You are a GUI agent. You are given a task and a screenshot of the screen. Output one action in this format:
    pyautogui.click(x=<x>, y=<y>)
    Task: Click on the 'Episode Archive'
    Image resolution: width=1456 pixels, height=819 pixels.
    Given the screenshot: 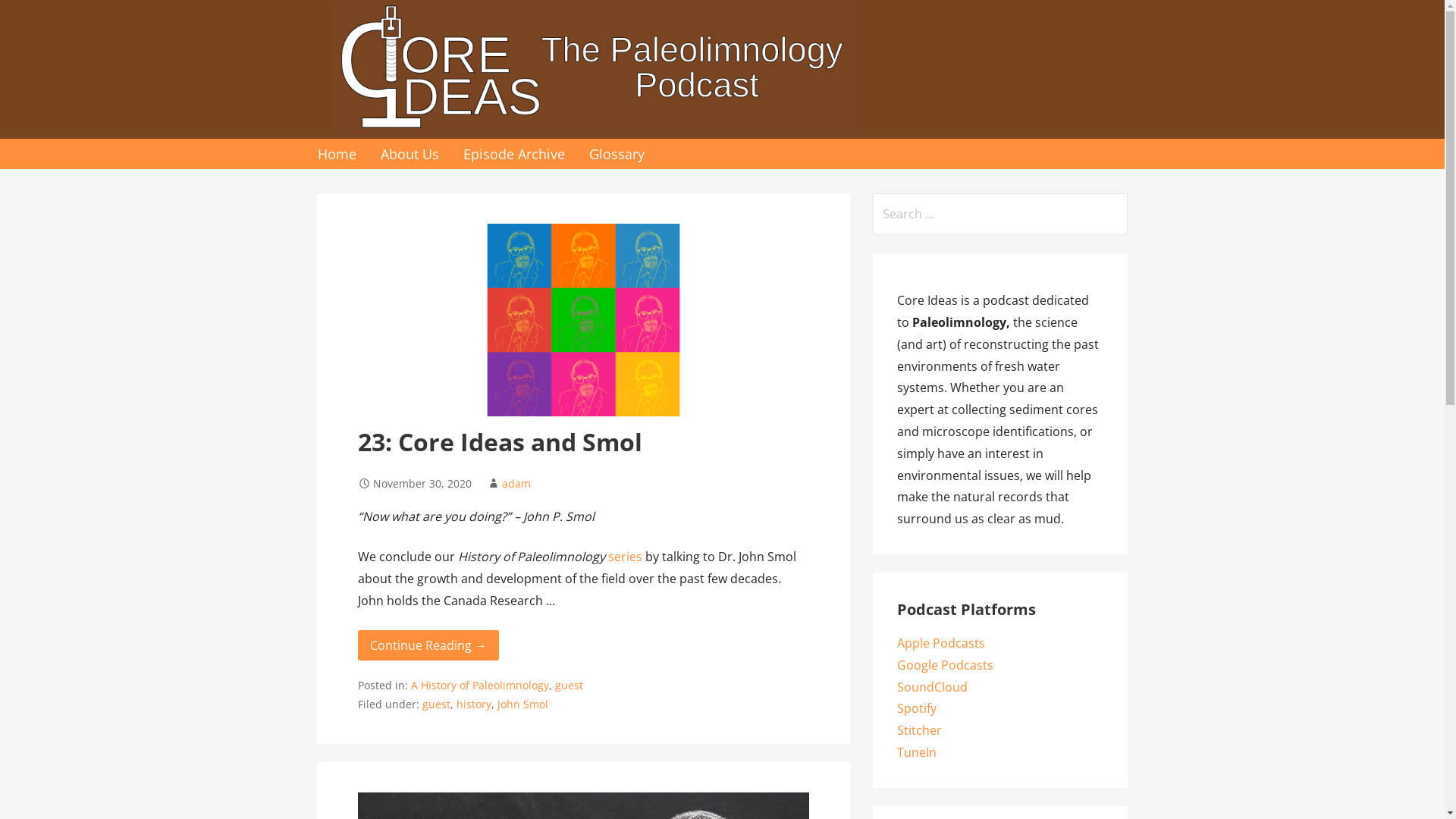 What is the action you would take?
    pyautogui.click(x=513, y=154)
    